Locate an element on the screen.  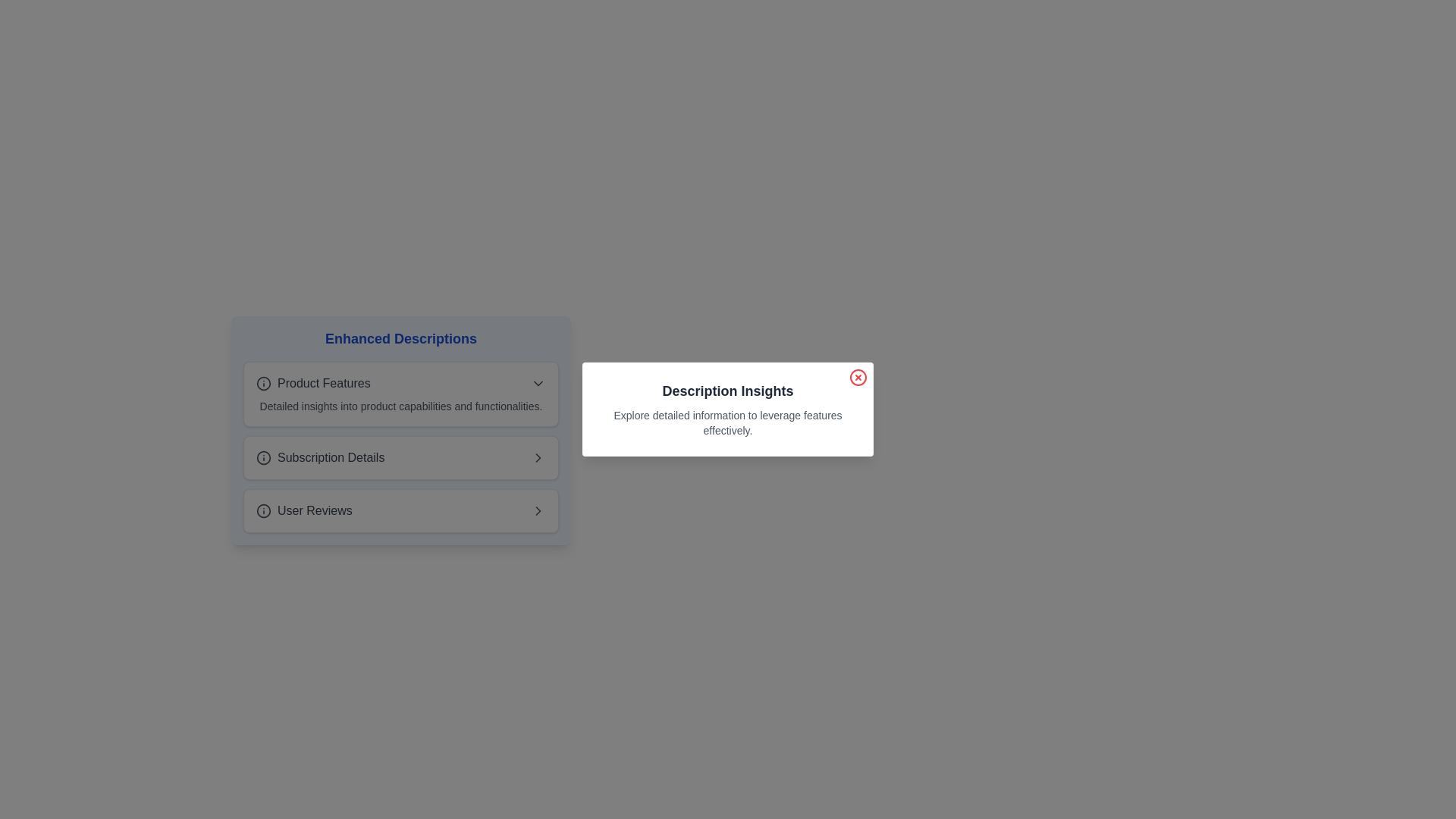
the icon on the rightmost side of the 'Product Features' entry within the 'Enhanced Descriptions' list is located at coordinates (538, 382).